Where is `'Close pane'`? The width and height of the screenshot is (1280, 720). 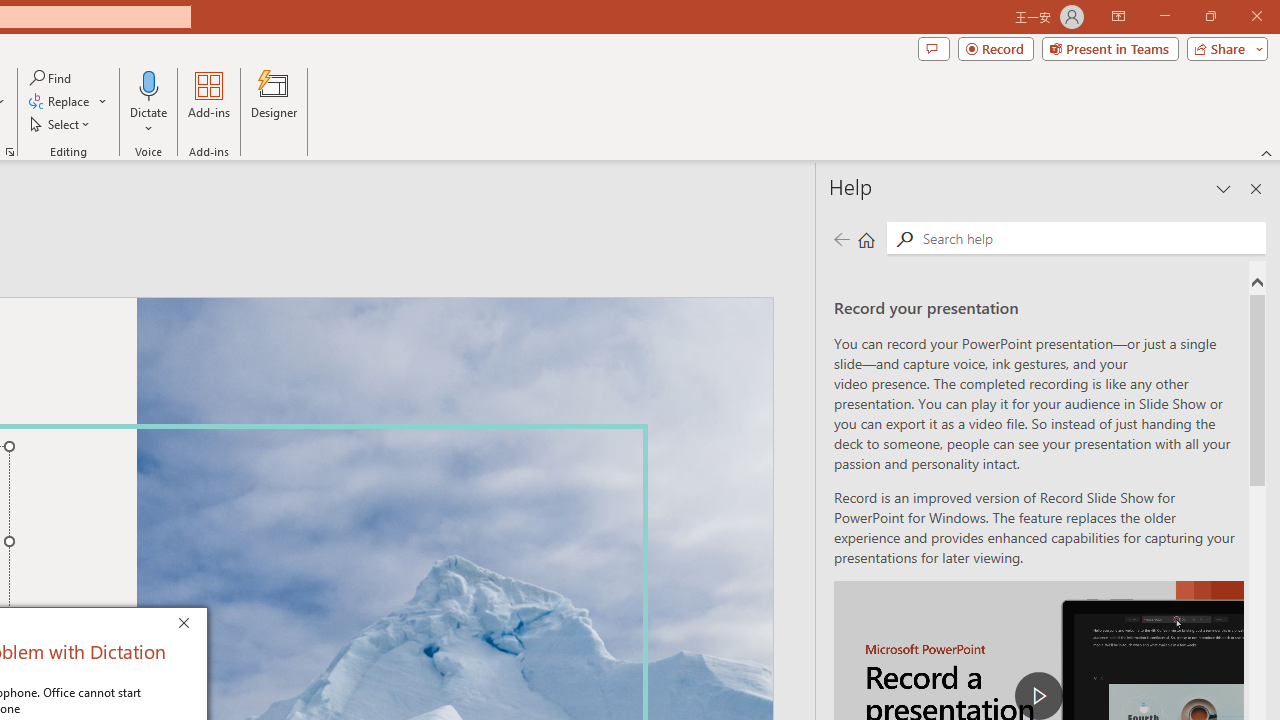 'Close pane' is located at coordinates (1255, 189).